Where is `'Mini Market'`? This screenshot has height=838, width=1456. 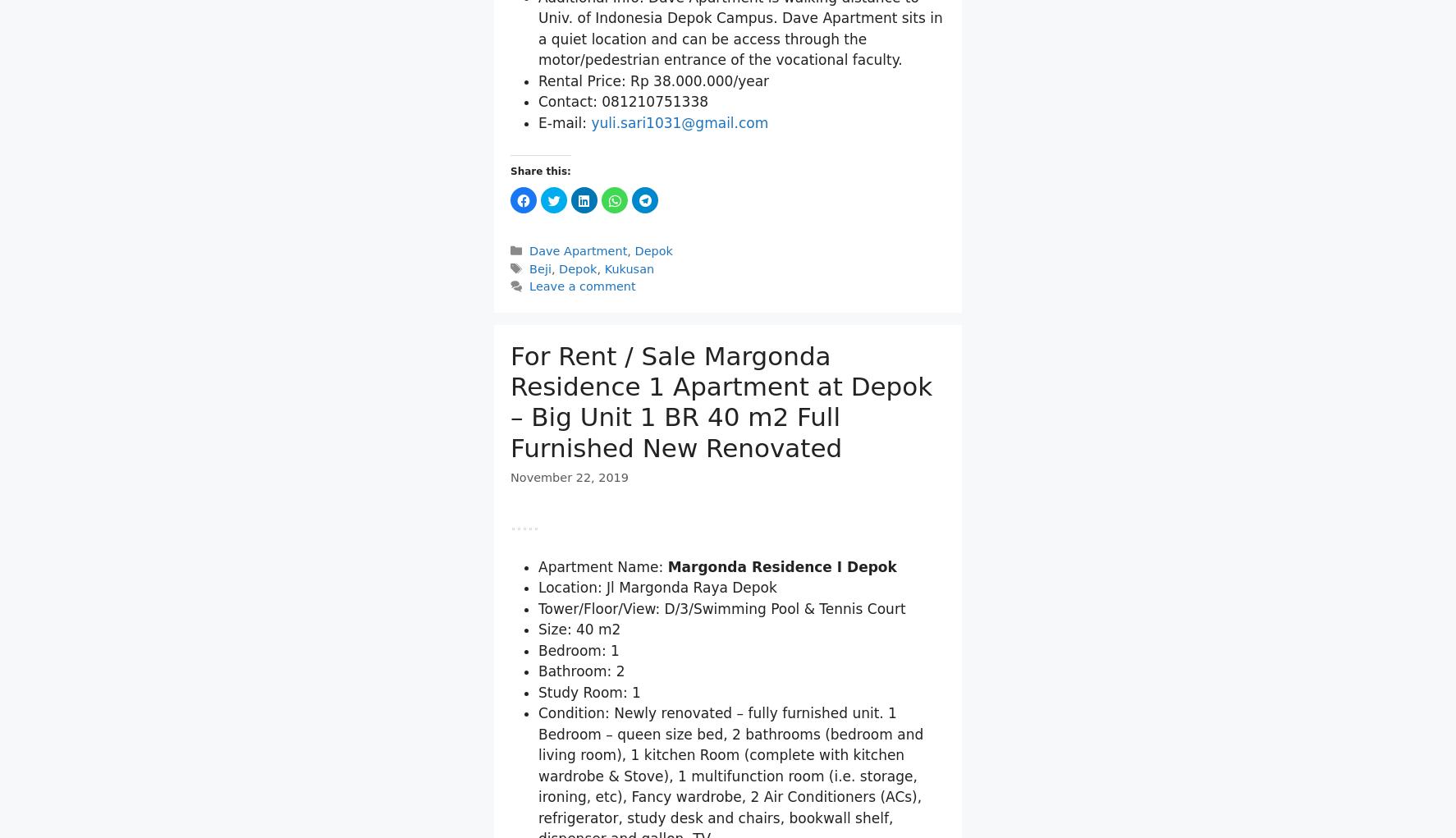
'Mini Market' is located at coordinates (606, 82).